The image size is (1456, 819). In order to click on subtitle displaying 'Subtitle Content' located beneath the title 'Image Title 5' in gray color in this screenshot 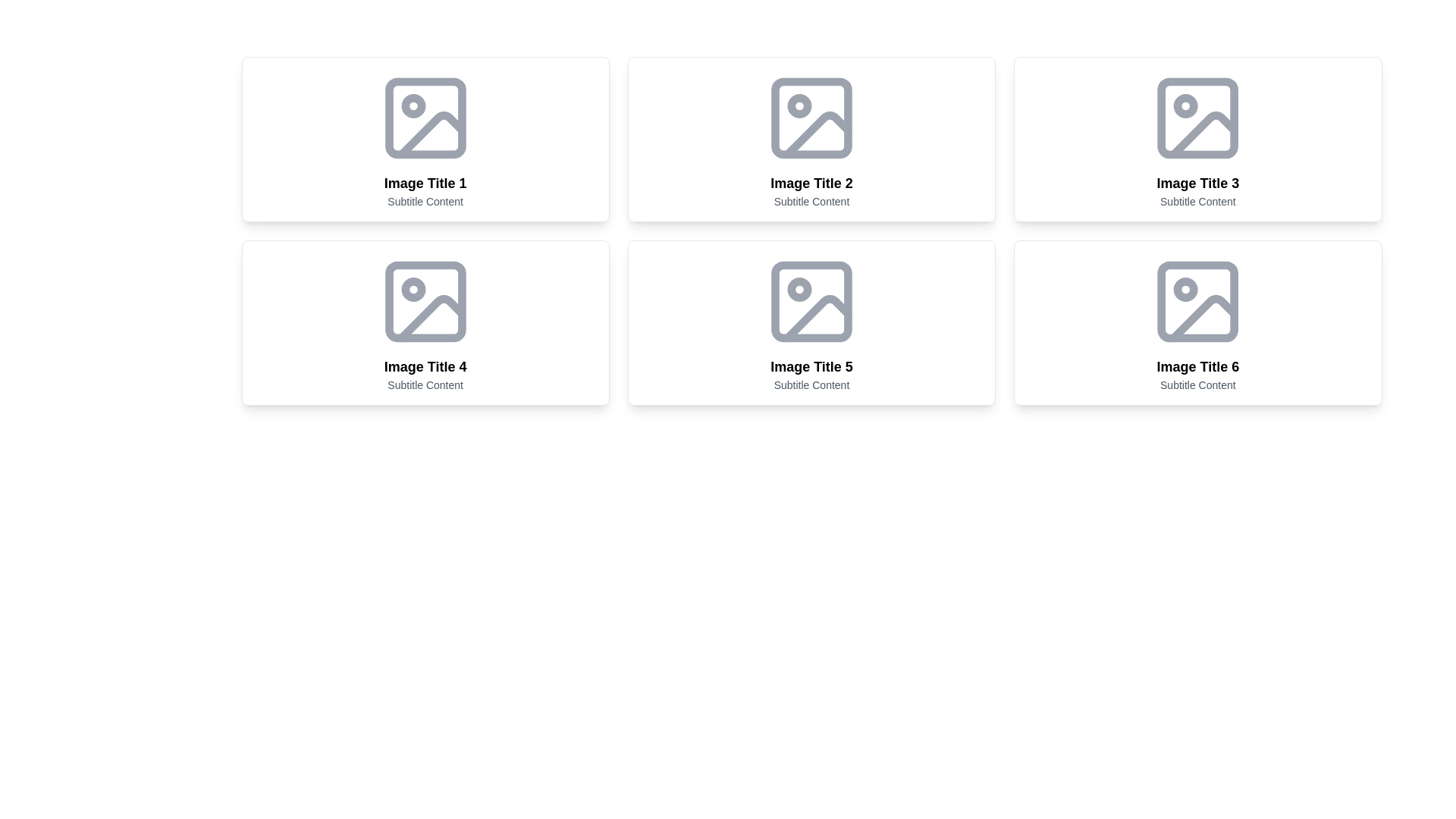, I will do `click(811, 384)`.